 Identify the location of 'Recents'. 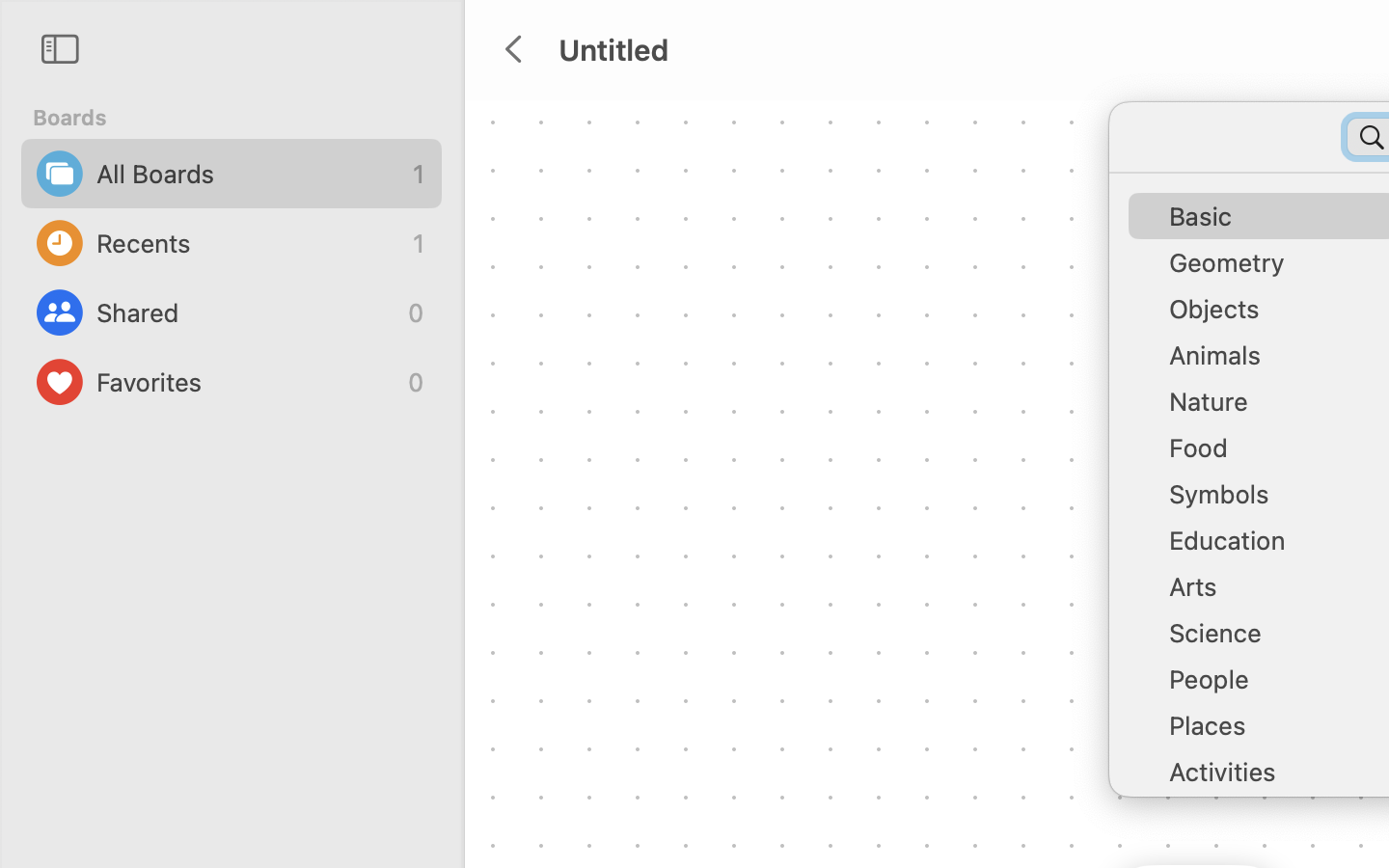
(249, 242).